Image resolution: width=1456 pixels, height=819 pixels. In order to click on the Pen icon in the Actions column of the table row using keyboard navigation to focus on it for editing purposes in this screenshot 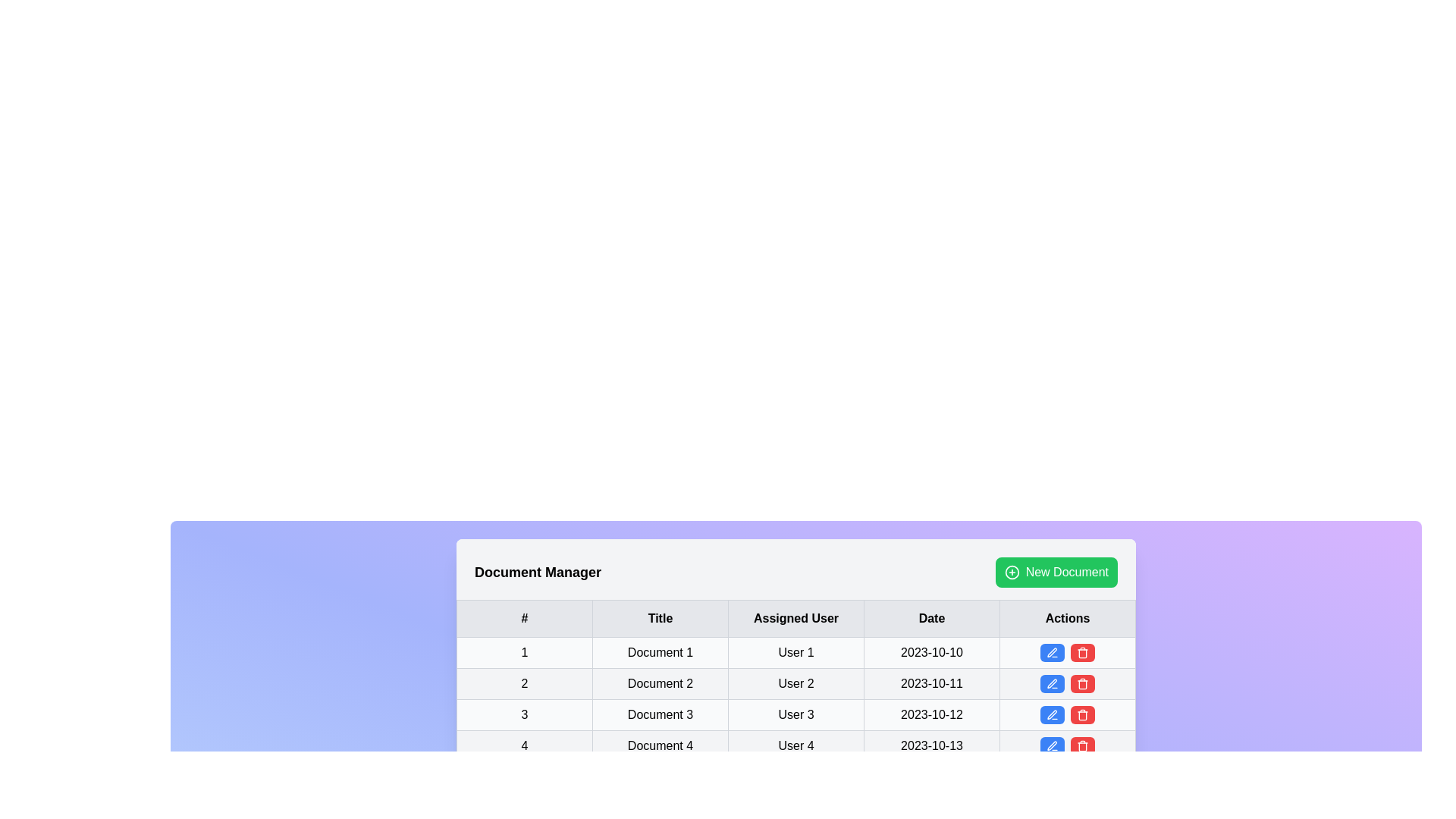, I will do `click(1051, 651)`.